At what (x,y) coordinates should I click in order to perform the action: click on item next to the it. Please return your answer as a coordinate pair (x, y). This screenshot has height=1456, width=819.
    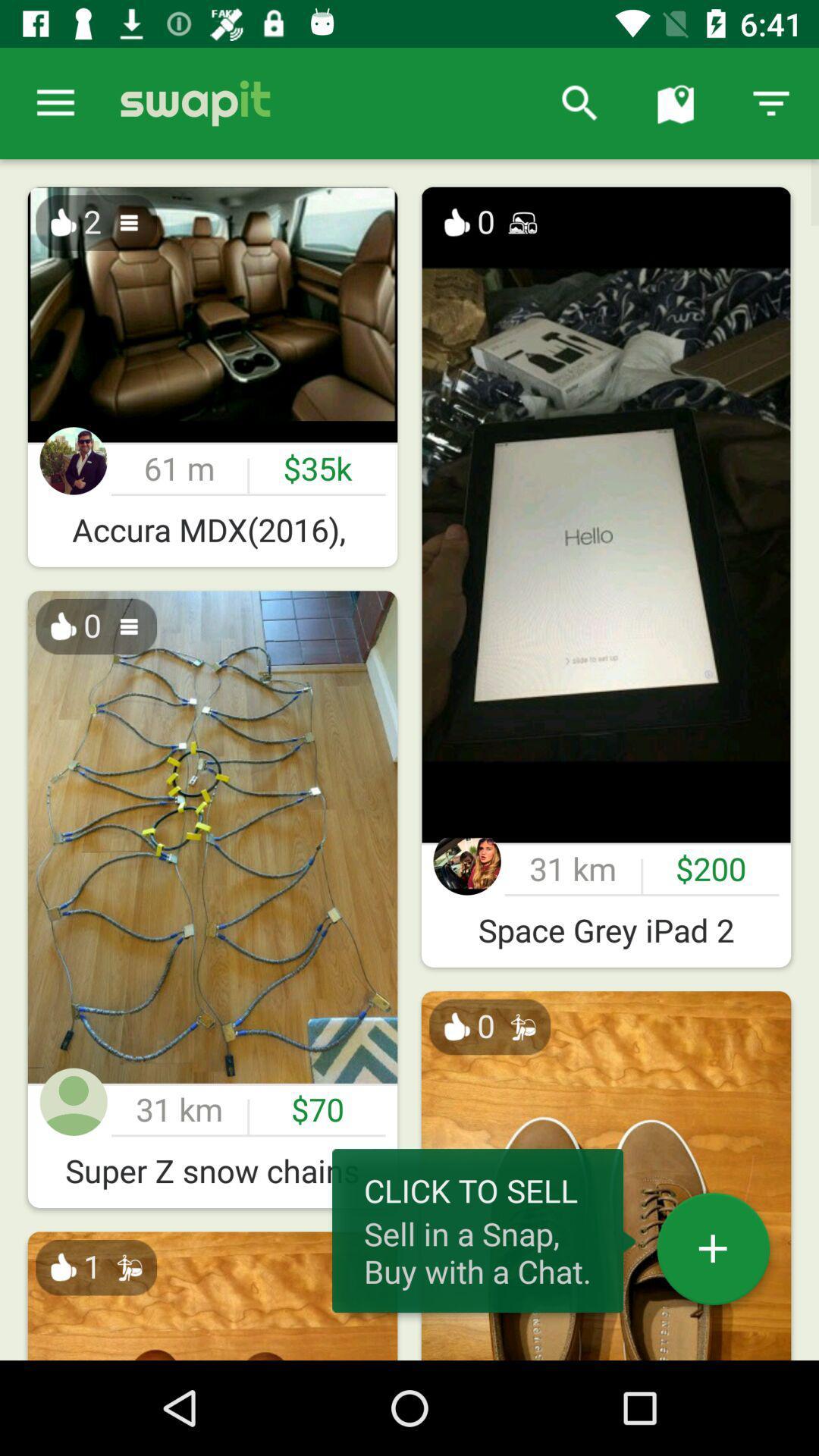
    Looking at the image, I should click on (579, 102).